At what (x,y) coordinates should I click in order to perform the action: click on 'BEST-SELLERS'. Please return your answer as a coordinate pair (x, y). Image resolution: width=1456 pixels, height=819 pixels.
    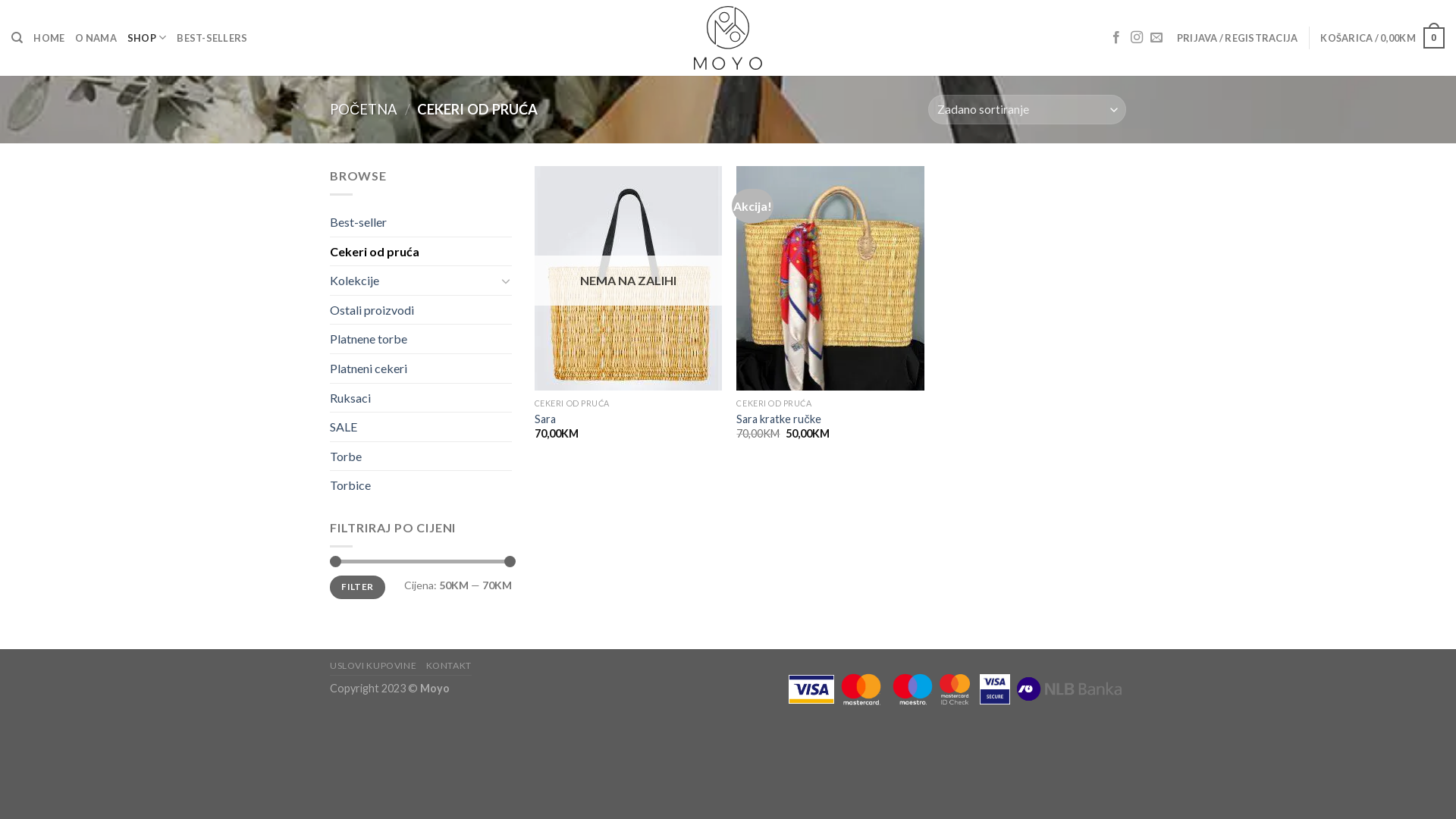
    Looking at the image, I should click on (177, 37).